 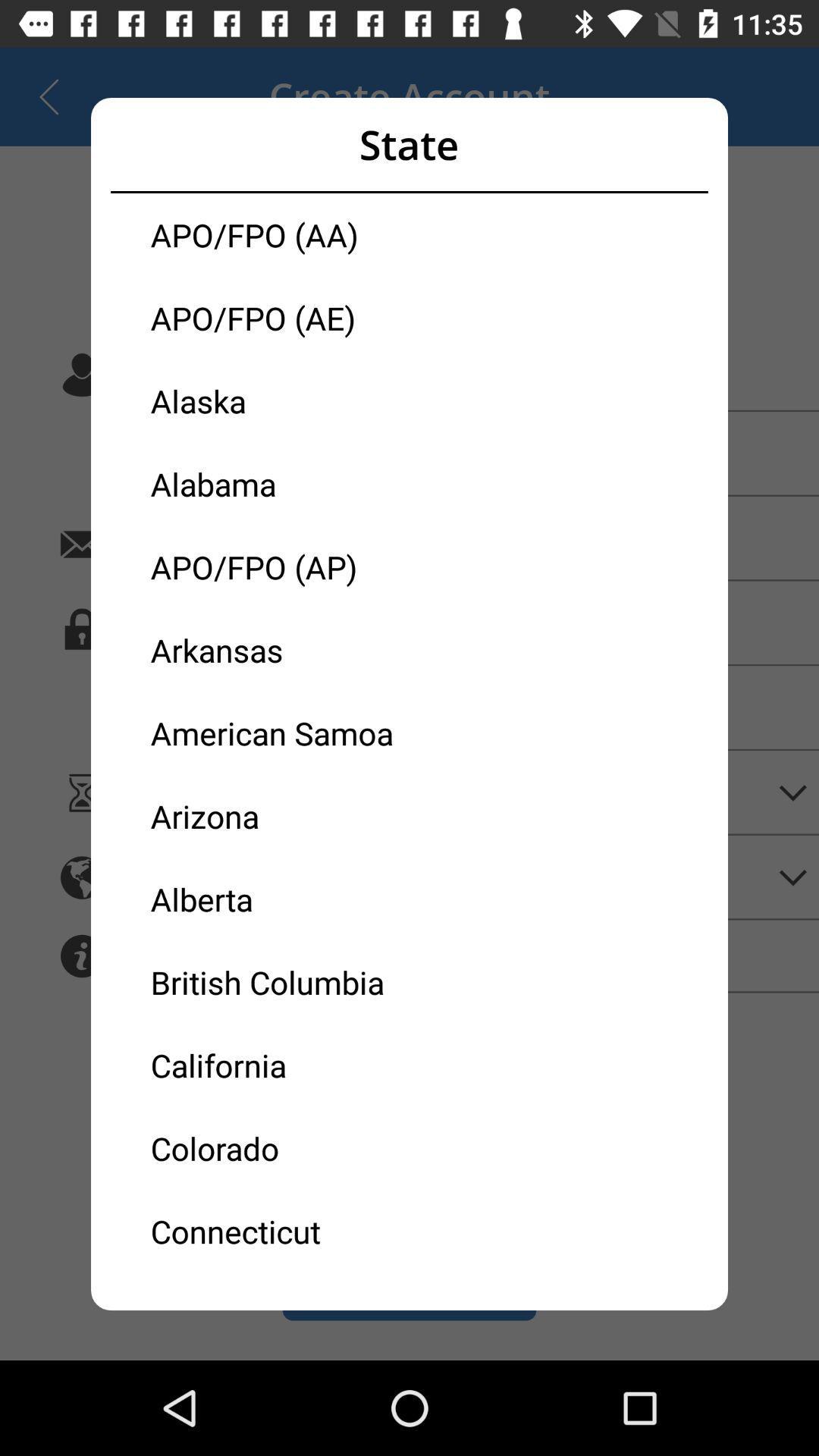 What do you see at coordinates (280, 400) in the screenshot?
I see `the alaska icon` at bounding box center [280, 400].